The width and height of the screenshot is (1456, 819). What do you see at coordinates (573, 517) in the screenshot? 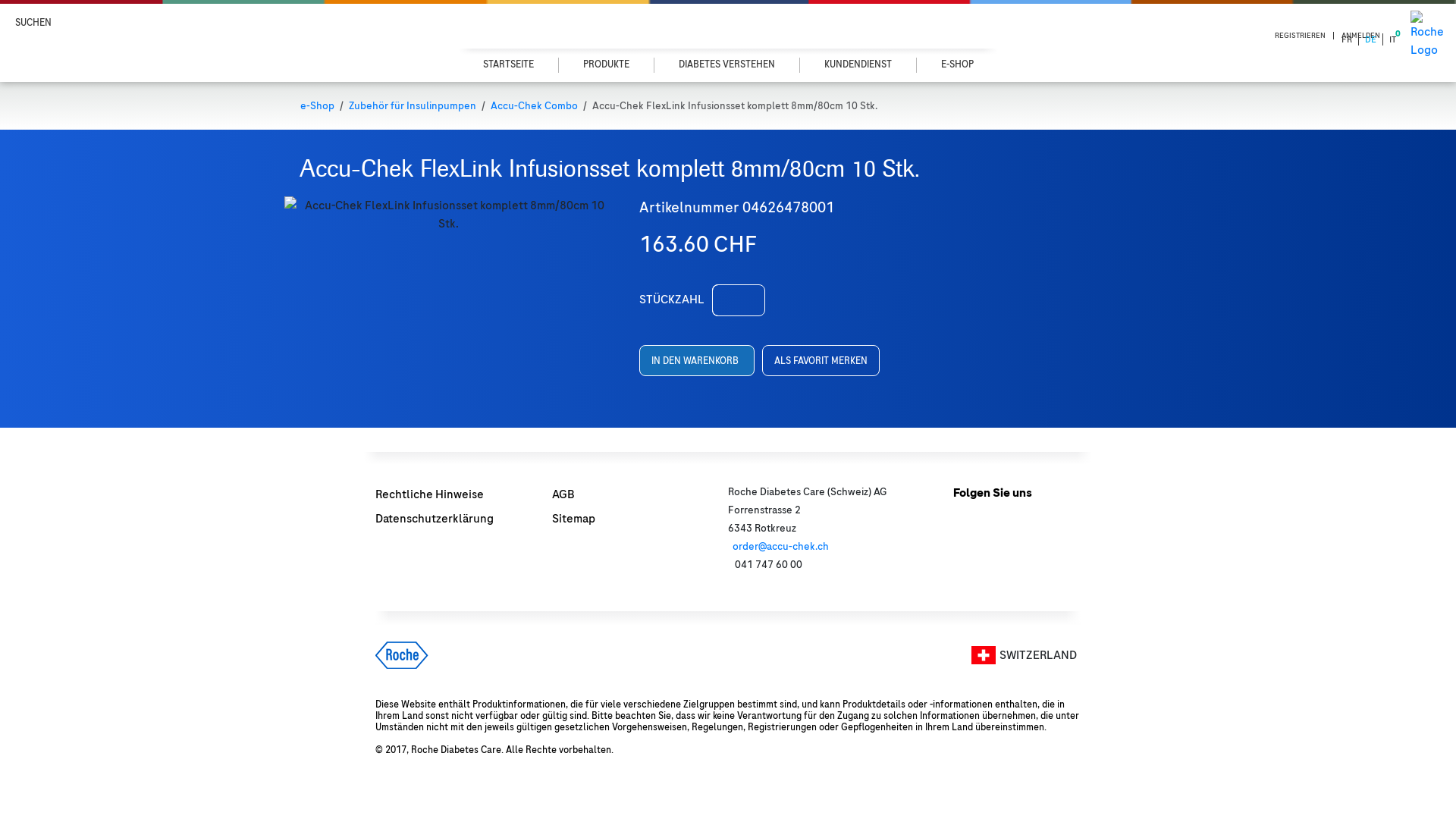
I see `'Sitemap'` at bounding box center [573, 517].